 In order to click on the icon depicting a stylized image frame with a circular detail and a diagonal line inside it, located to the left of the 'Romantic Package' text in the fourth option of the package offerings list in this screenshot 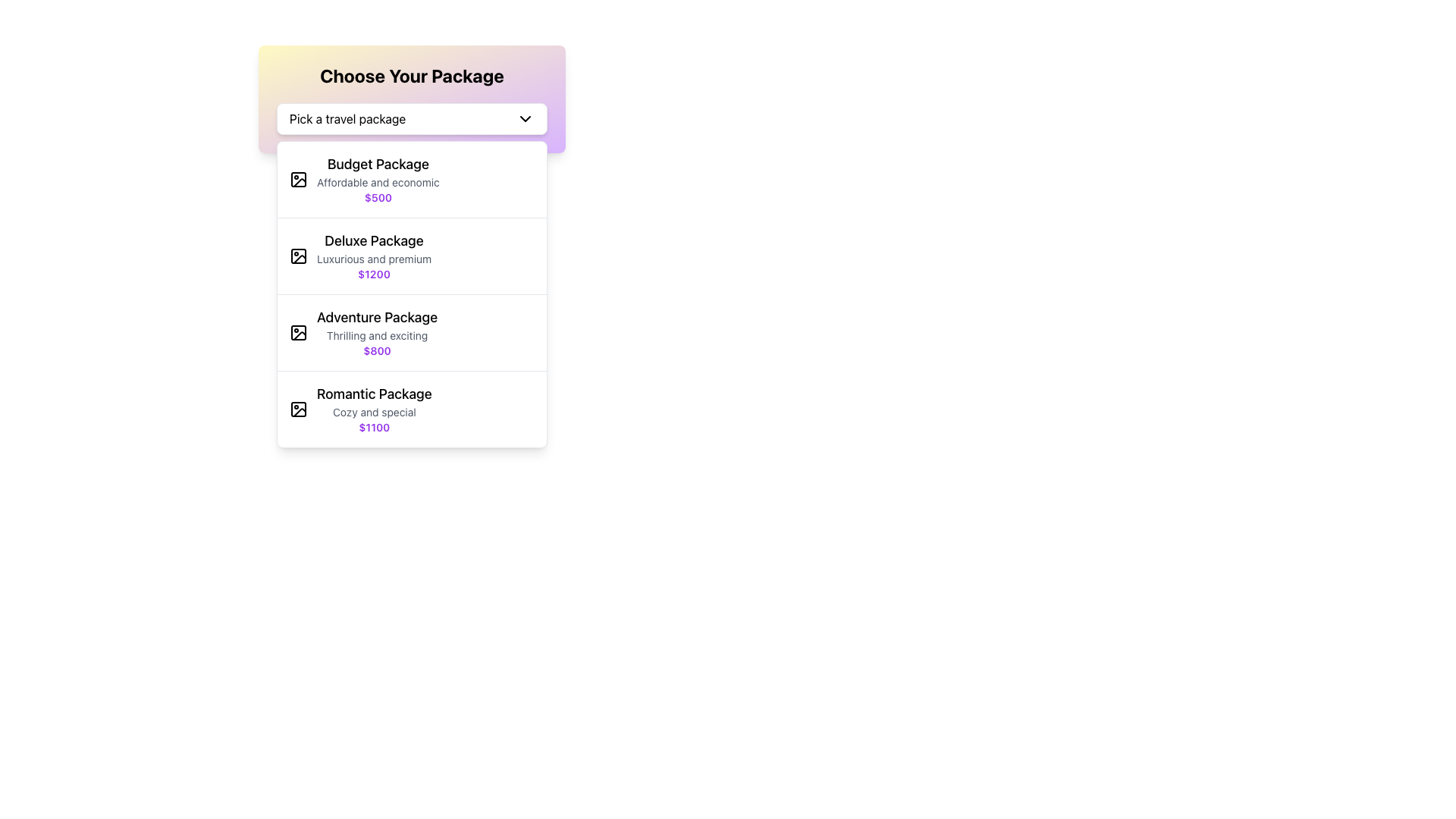, I will do `click(298, 409)`.